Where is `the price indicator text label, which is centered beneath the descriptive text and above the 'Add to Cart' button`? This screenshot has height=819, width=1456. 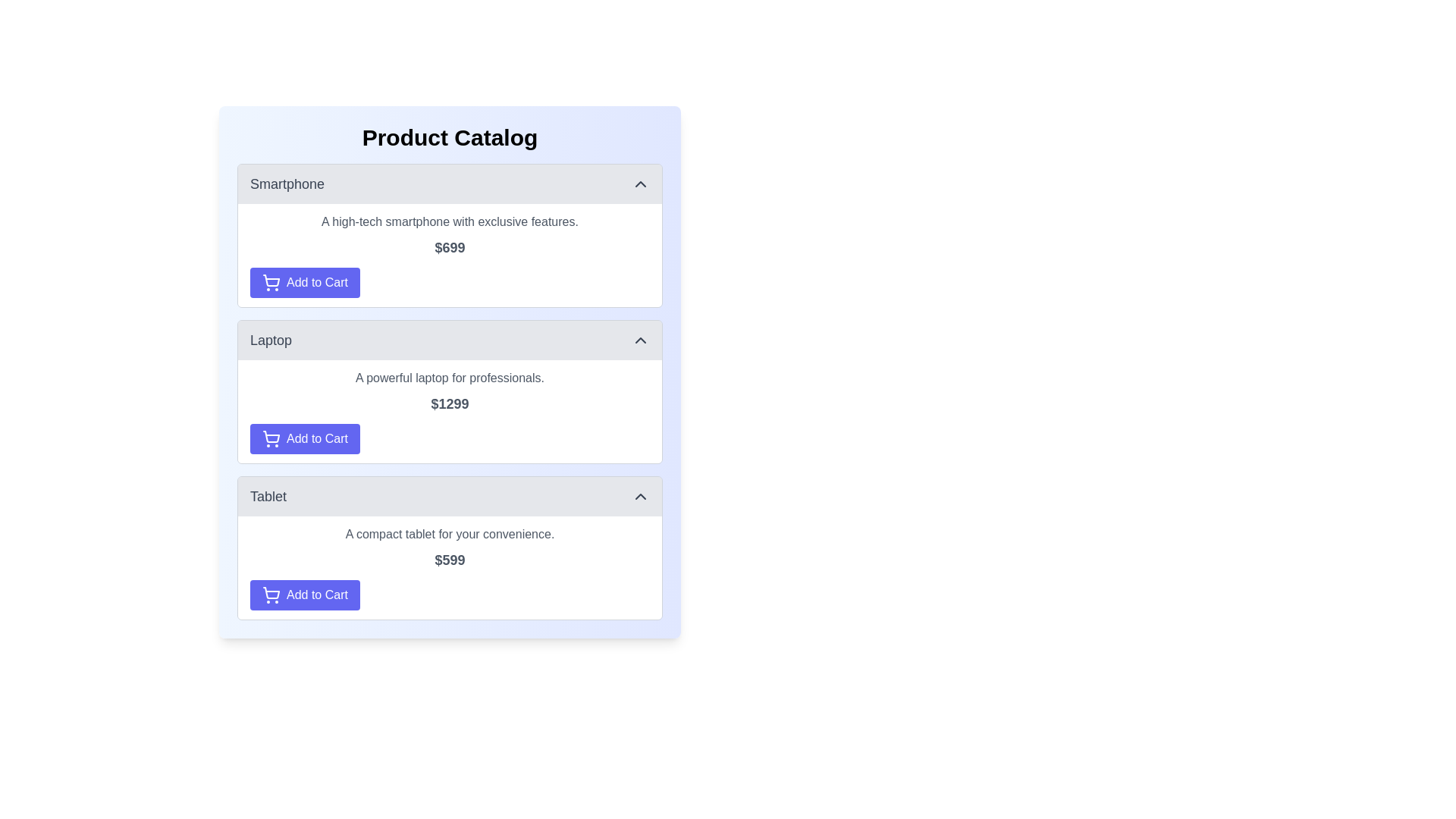 the price indicator text label, which is centered beneath the descriptive text and above the 'Add to Cart' button is located at coordinates (449, 247).